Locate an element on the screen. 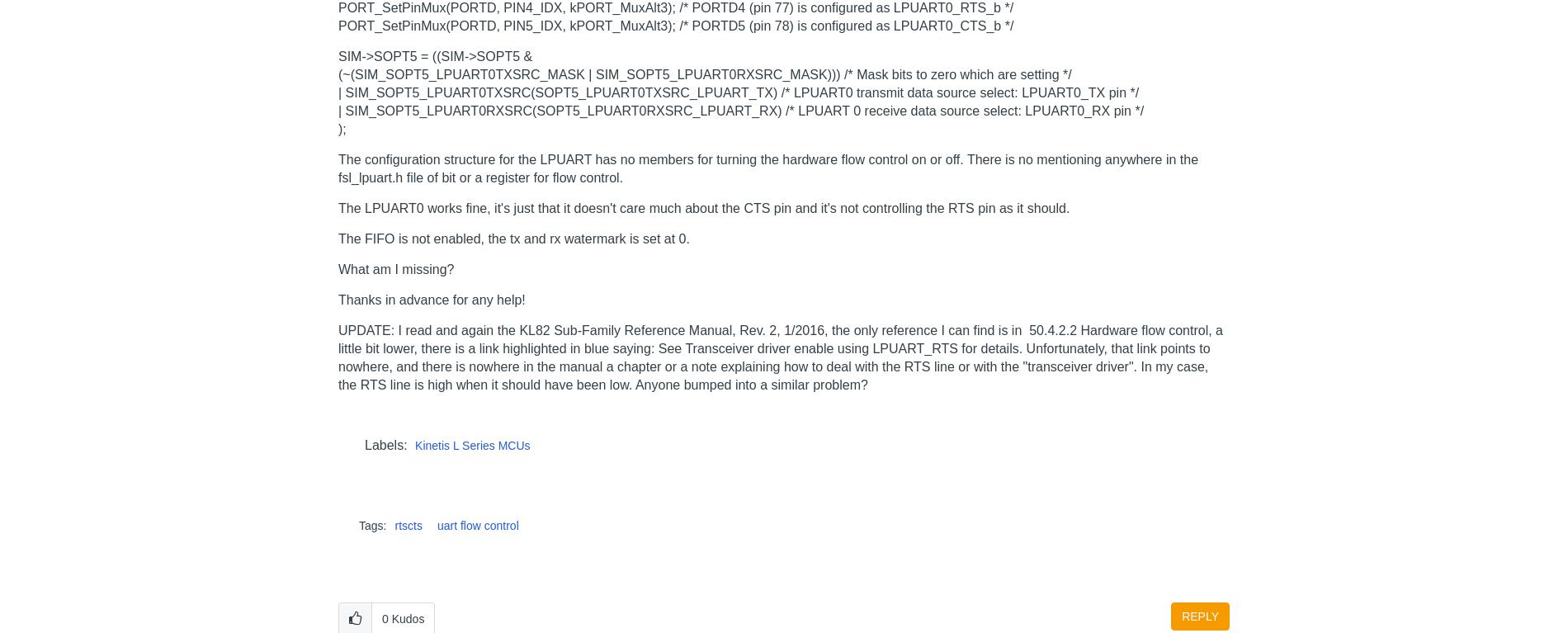 Image resolution: width=1568 pixels, height=633 pixels. 'Reply' is located at coordinates (1200, 615).